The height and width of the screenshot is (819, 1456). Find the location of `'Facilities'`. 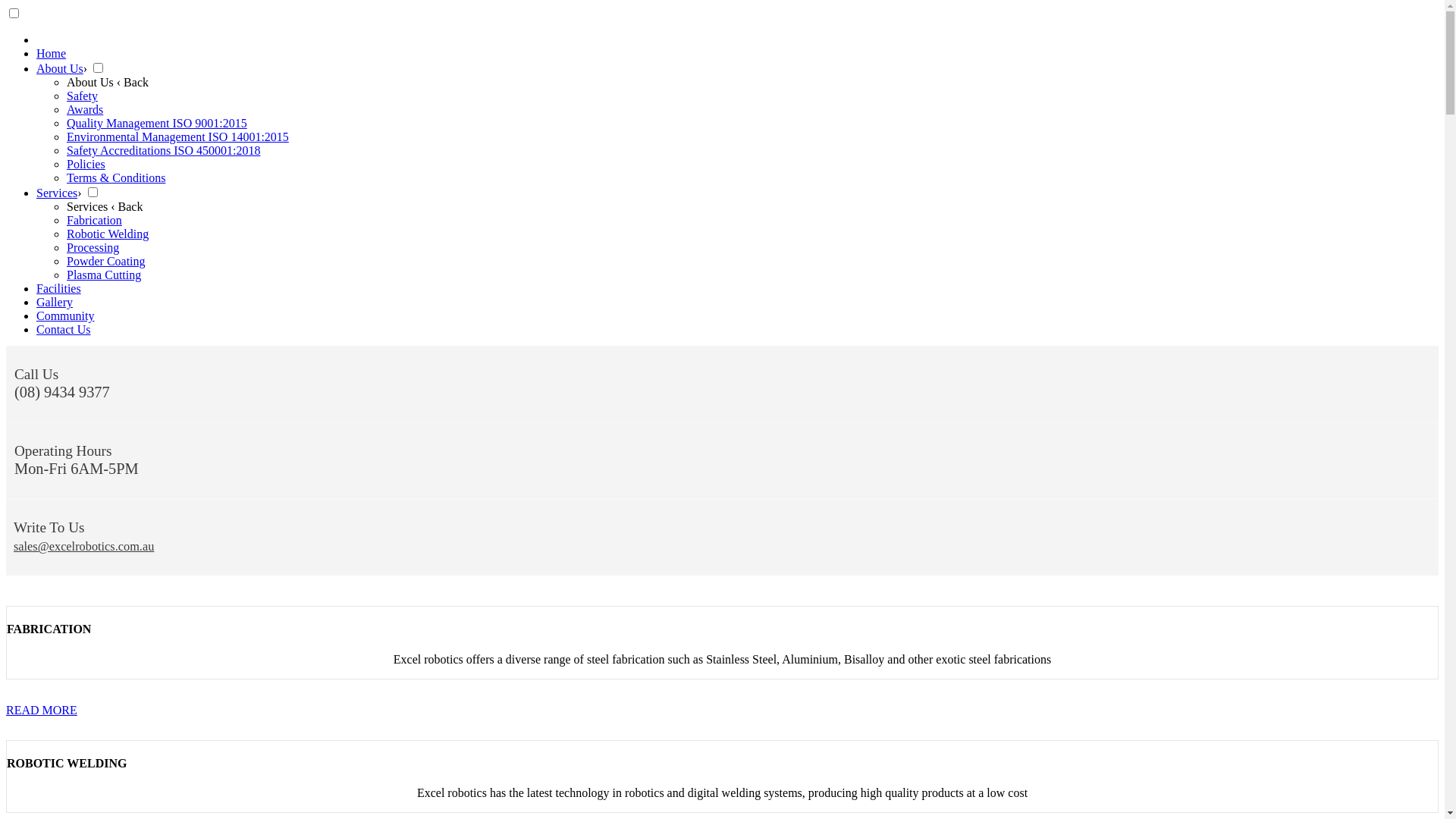

'Facilities' is located at coordinates (58, 288).